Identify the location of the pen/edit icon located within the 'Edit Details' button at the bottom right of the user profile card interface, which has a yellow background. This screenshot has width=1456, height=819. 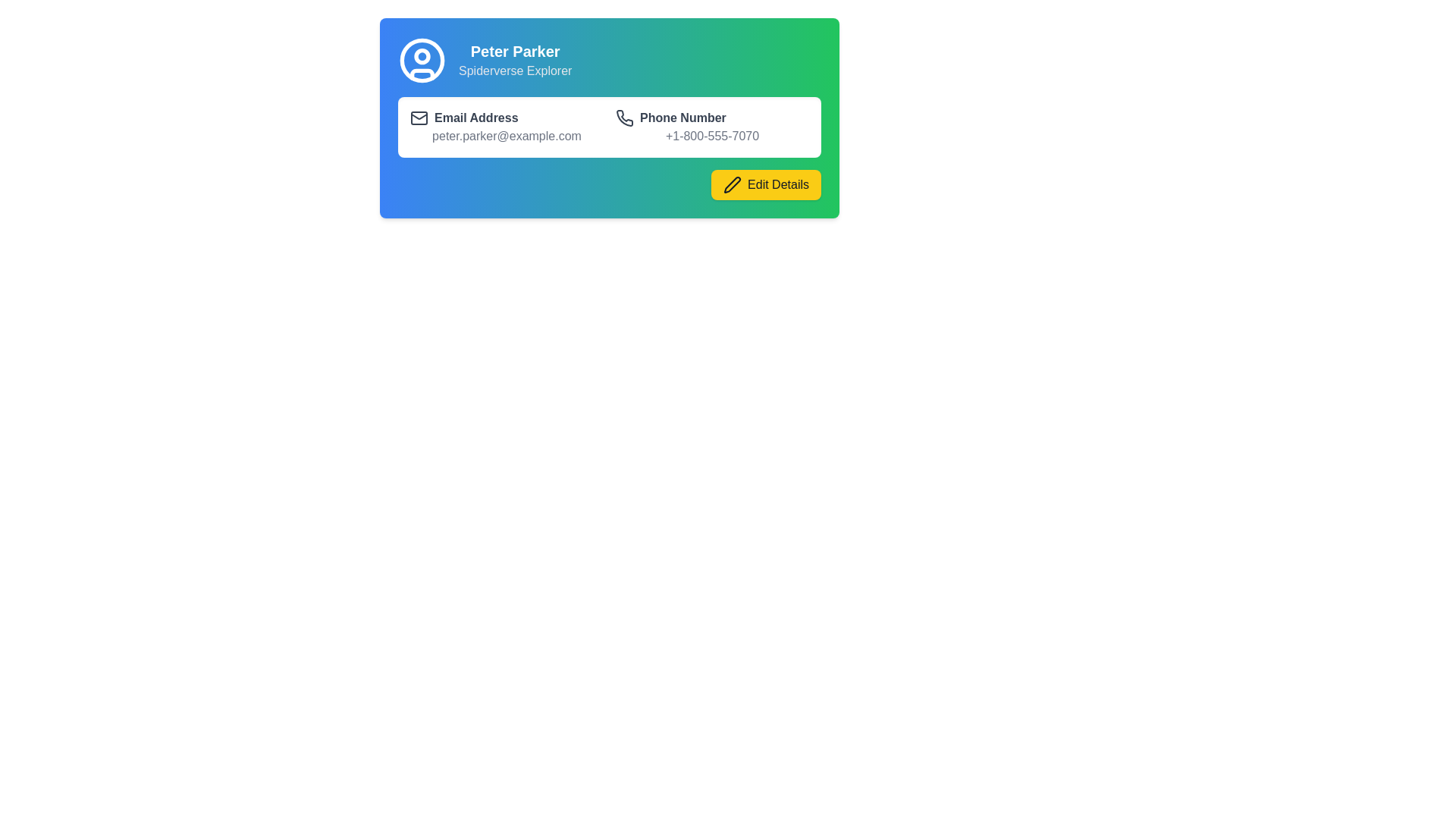
(733, 184).